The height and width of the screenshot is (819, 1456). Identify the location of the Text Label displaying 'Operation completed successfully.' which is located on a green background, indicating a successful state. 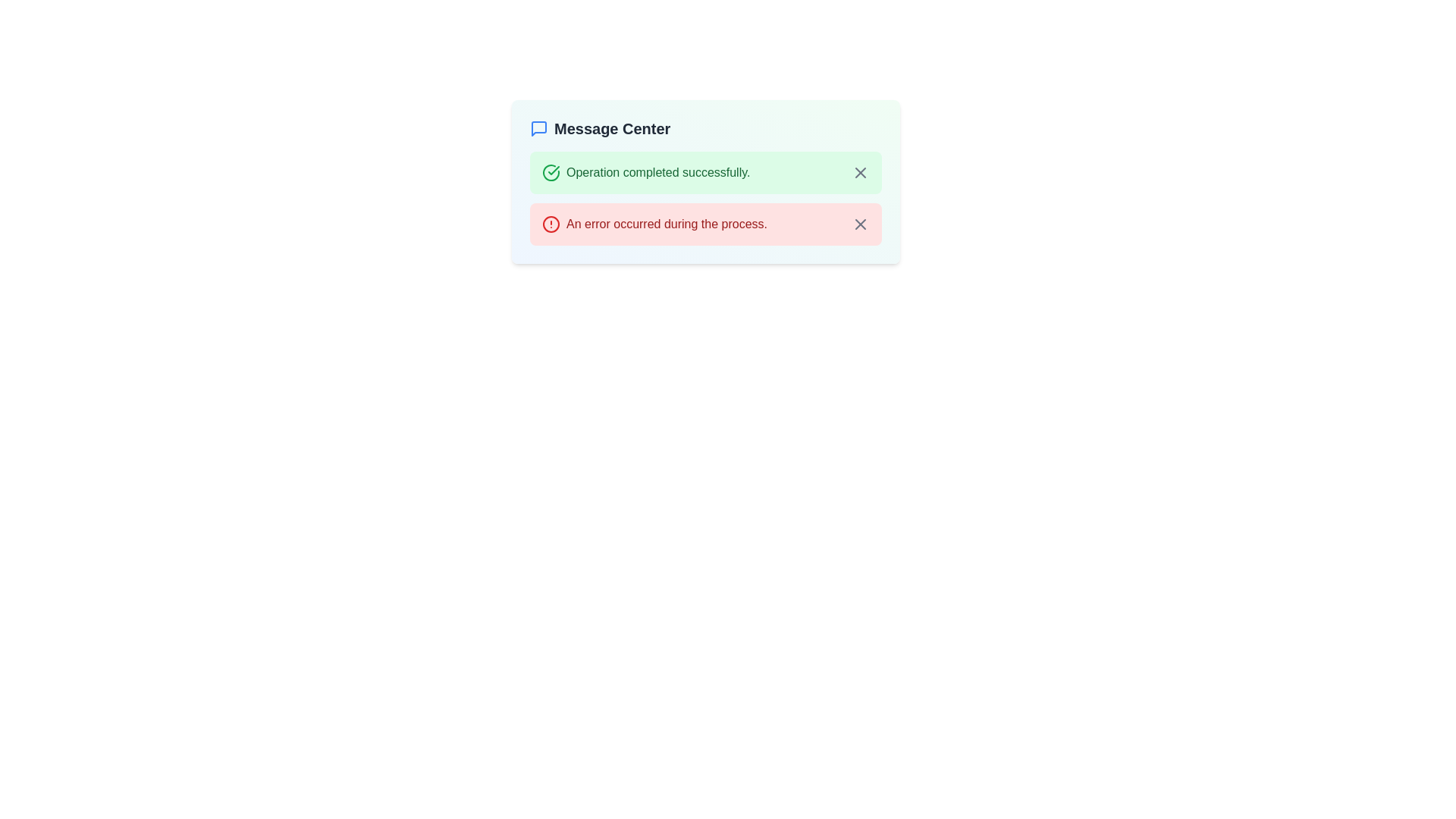
(658, 171).